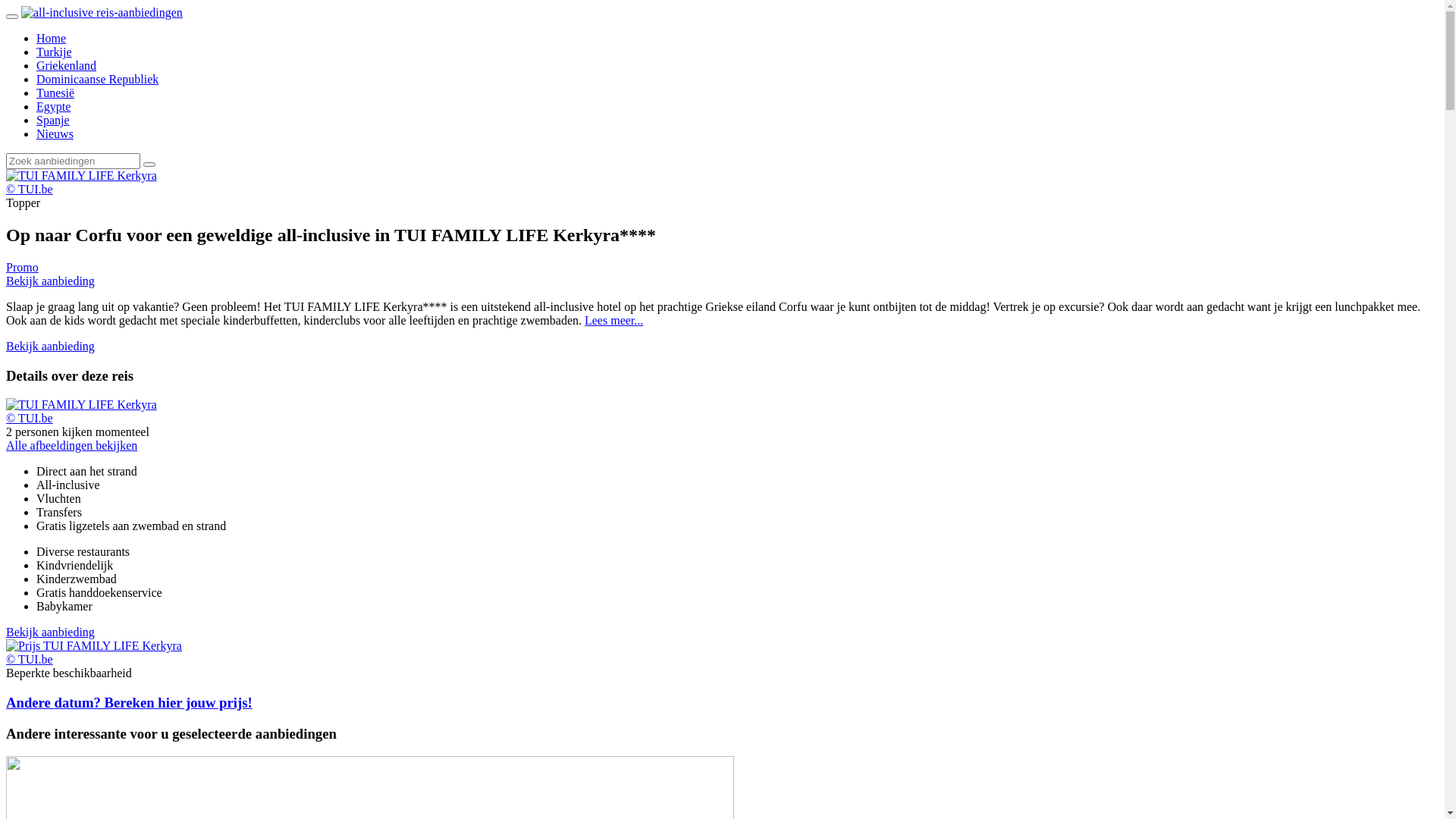 The width and height of the screenshot is (1456, 819). Describe the element at coordinates (50, 346) in the screenshot. I see `'Bekijk aanbieding'` at that location.